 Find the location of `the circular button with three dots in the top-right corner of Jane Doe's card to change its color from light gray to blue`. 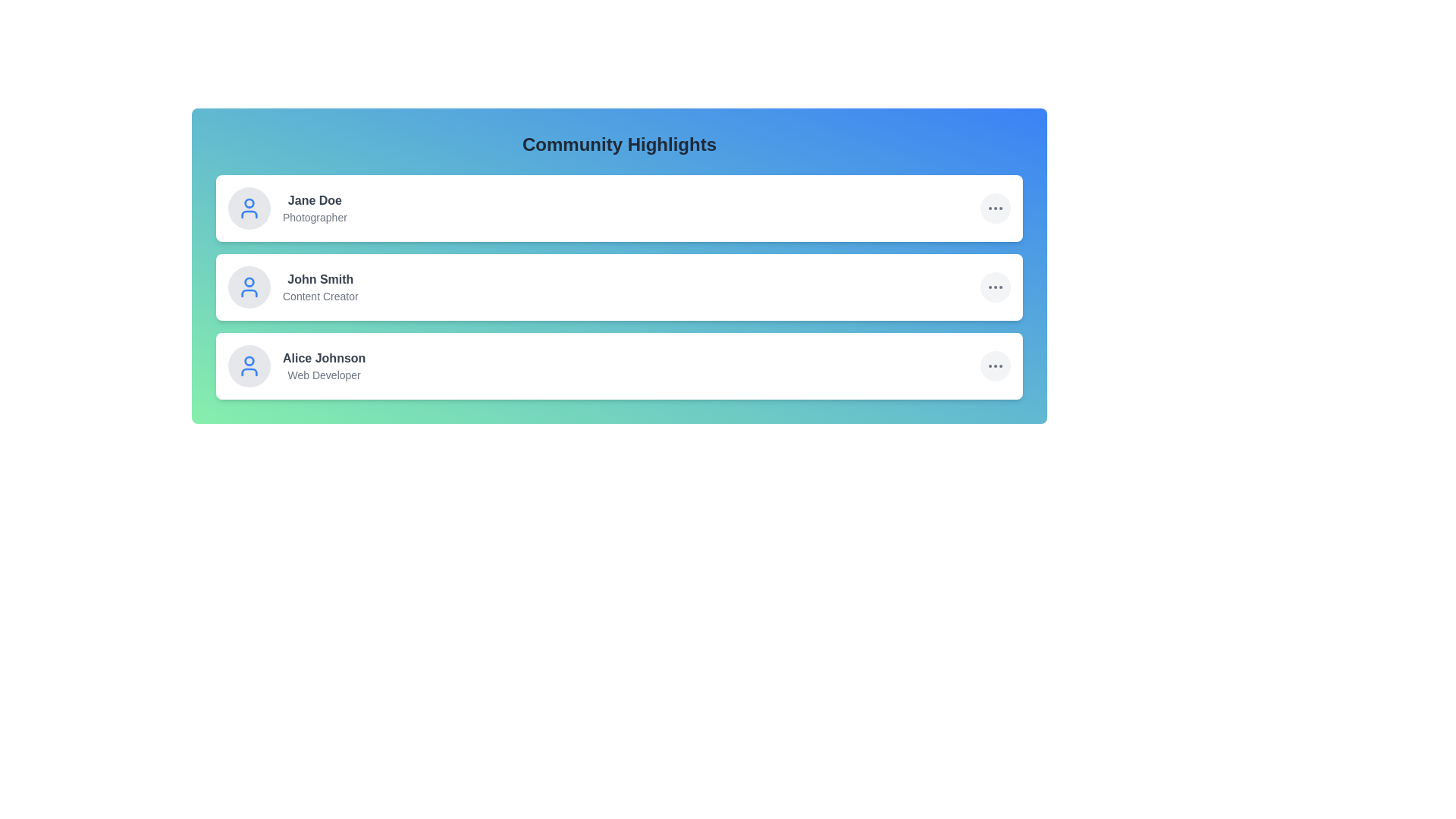

the circular button with three dots in the top-right corner of Jane Doe's card to change its color from light gray to blue is located at coordinates (996, 208).